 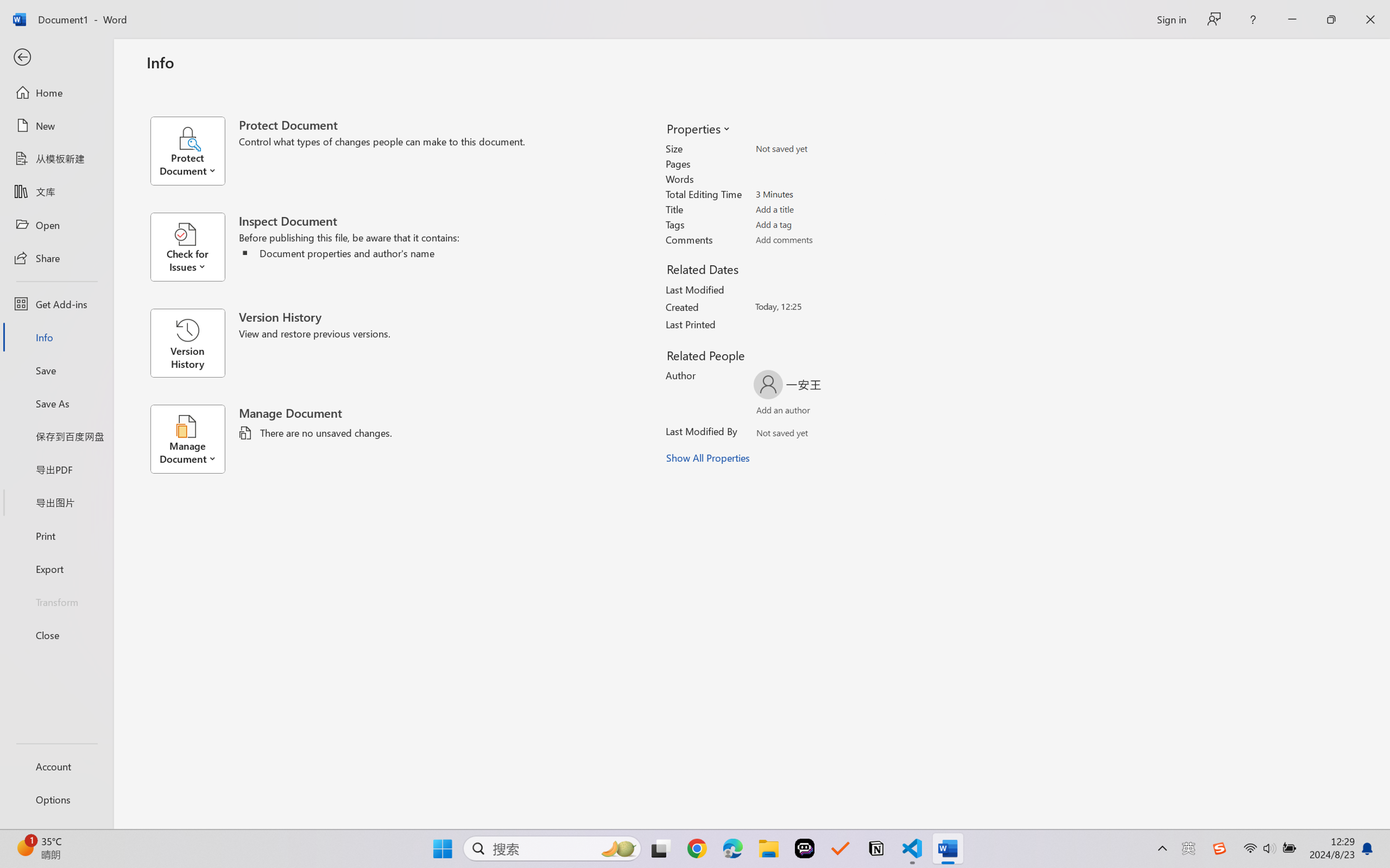 What do you see at coordinates (819, 209) in the screenshot?
I see `'Title'` at bounding box center [819, 209].